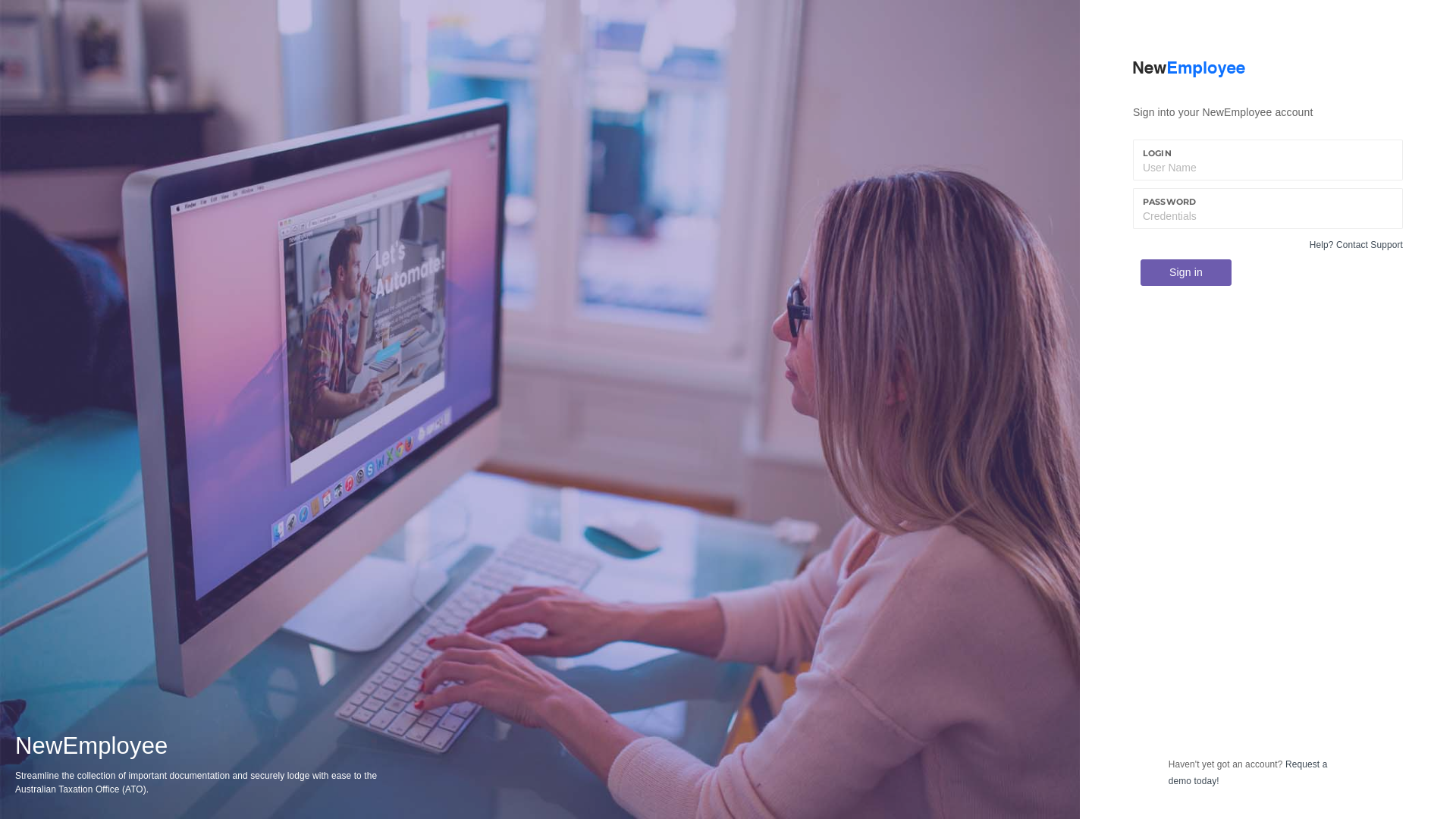 The height and width of the screenshot is (819, 1456). What do you see at coordinates (1309, 244) in the screenshot?
I see `'Help? Contact Support'` at bounding box center [1309, 244].